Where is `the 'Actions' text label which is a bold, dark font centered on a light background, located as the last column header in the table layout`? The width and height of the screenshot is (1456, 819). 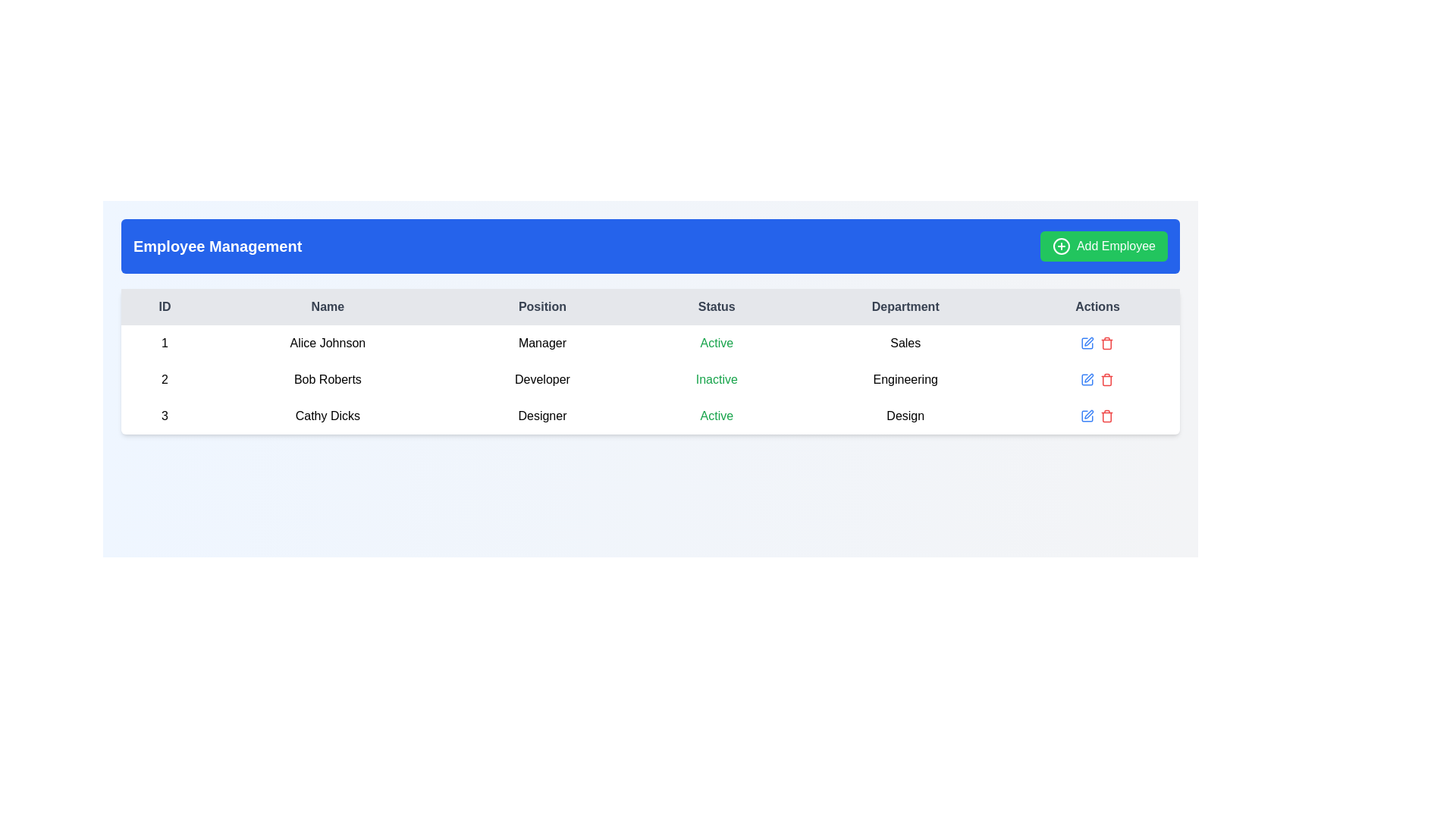
the 'Actions' text label which is a bold, dark font centered on a light background, located as the last column header in the table layout is located at coordinates (1097, 307).